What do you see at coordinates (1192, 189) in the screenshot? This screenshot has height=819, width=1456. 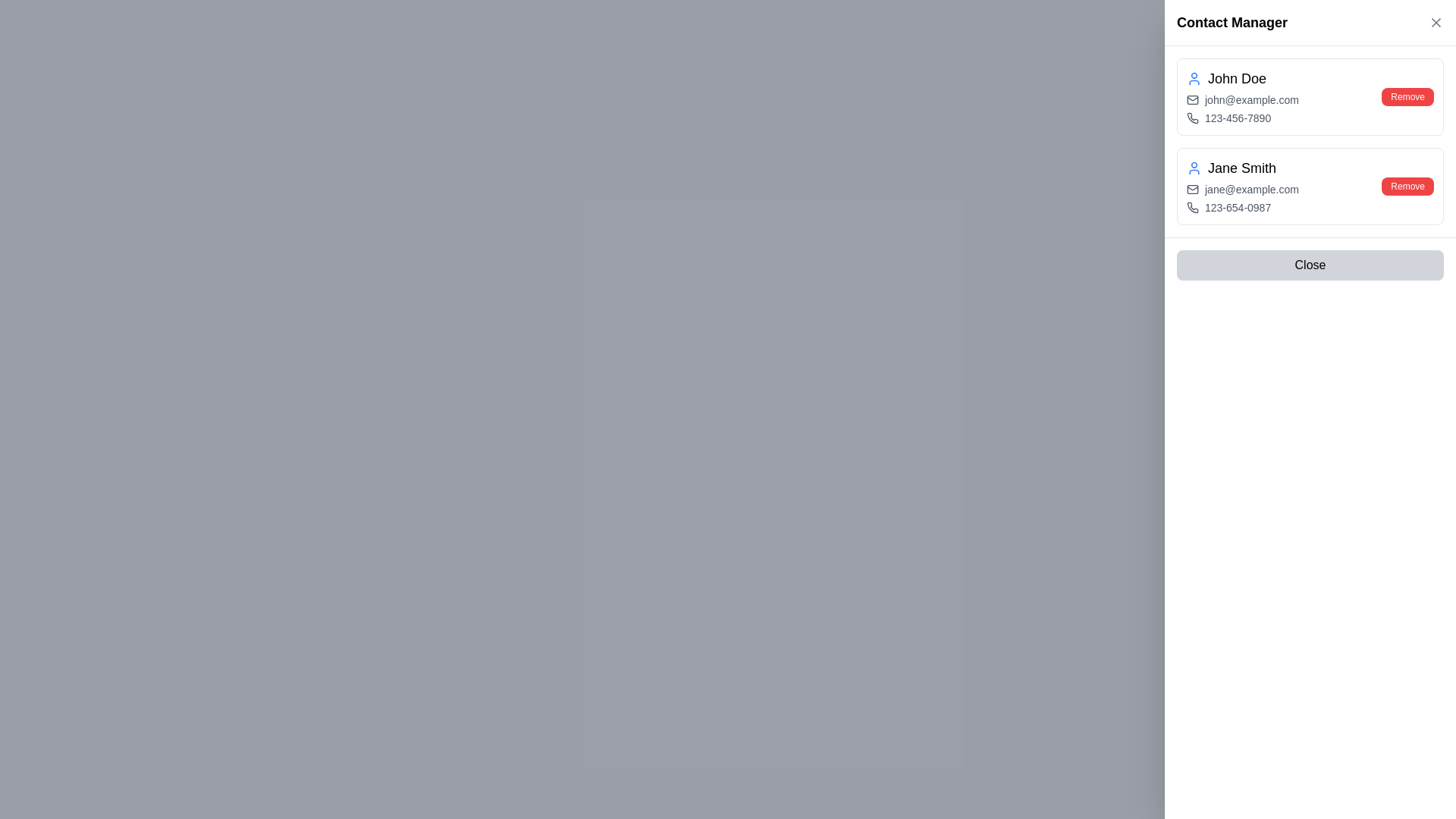 I see `the email icon representing 'jane@example.com'` at bounding box center [1192, 189].